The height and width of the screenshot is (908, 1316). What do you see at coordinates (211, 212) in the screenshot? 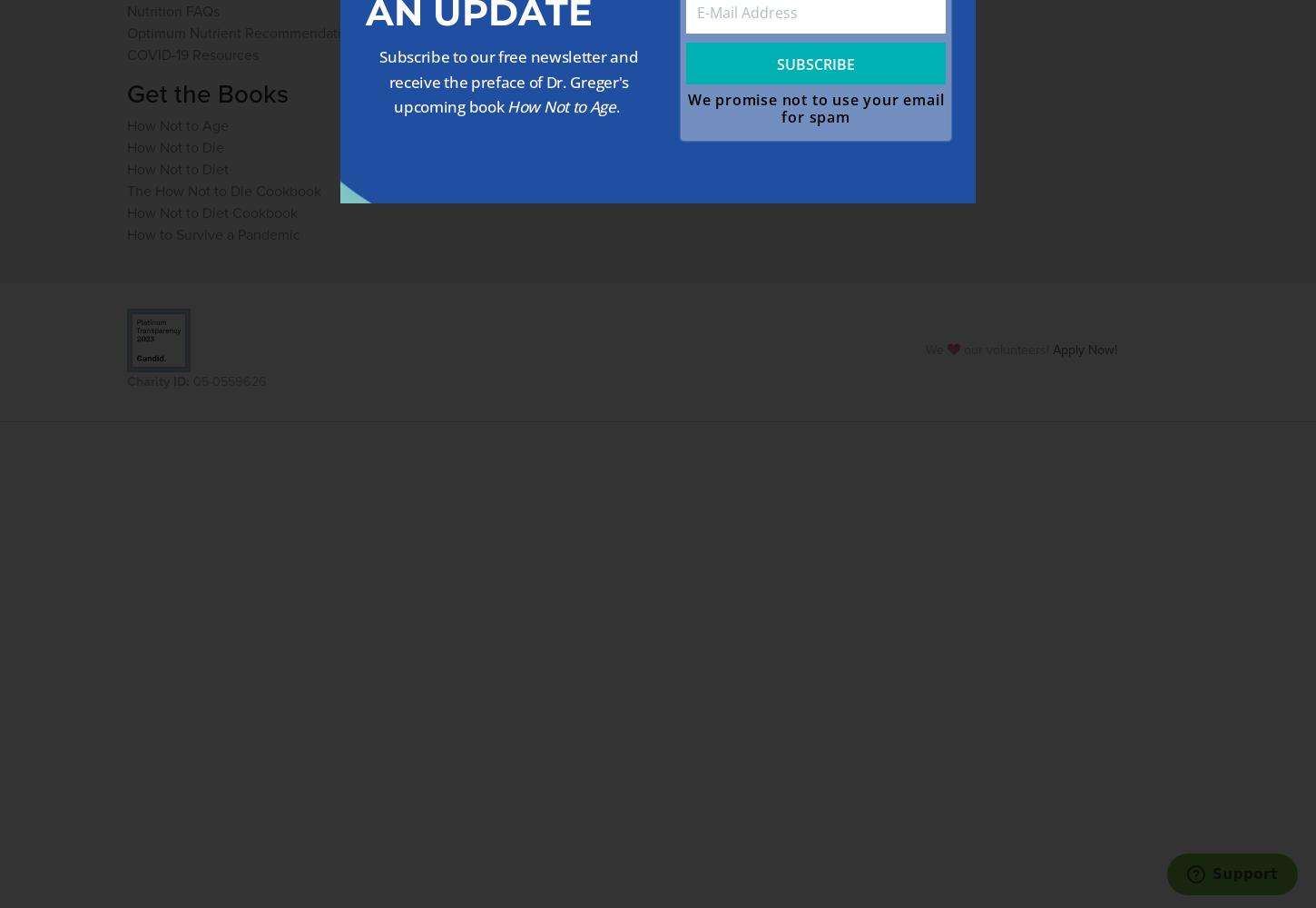
I see `'How Not to Diet Cookbook'` at bounding box center [211, 212].